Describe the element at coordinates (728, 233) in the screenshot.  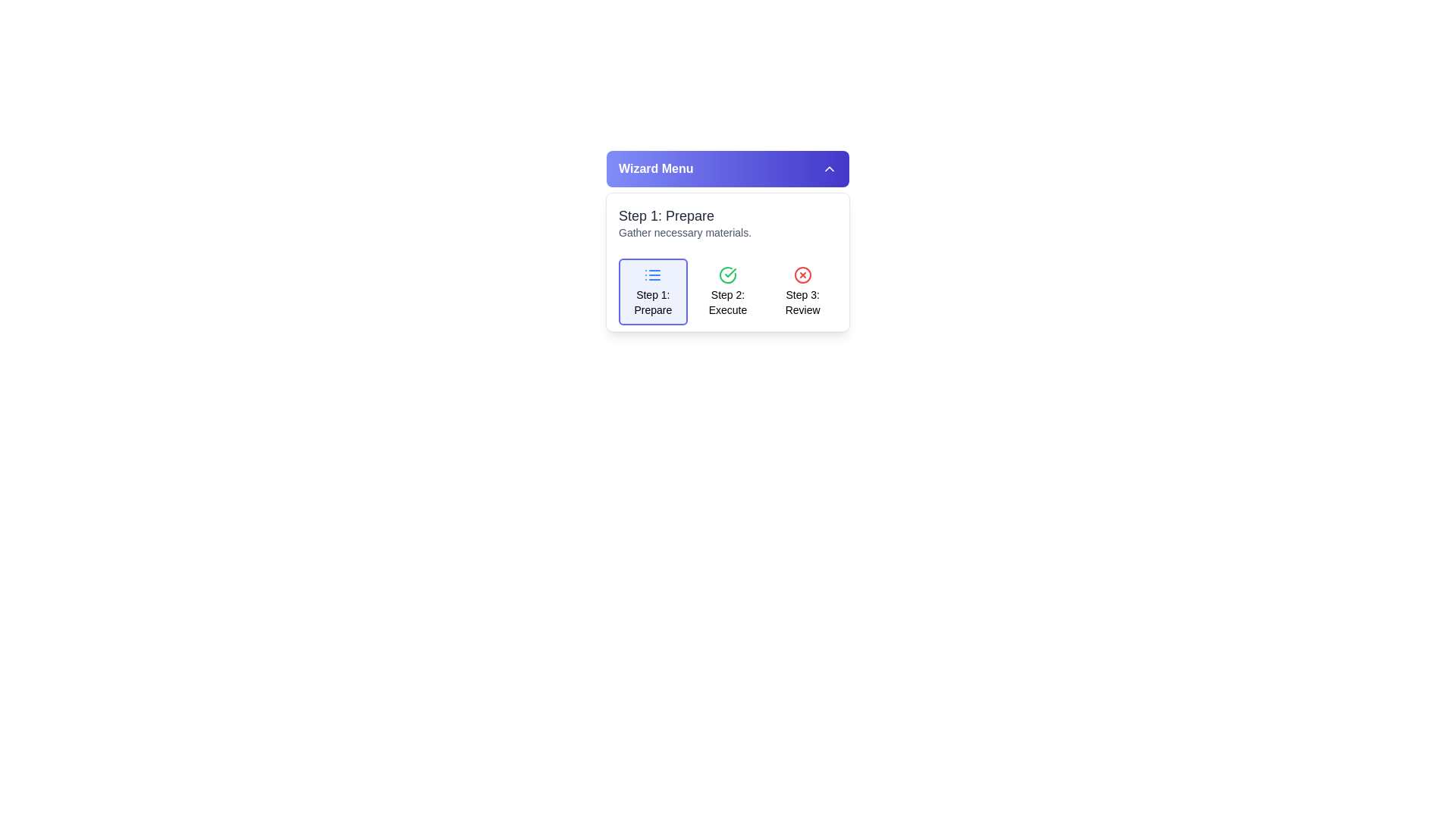
I see `the informational text that reads 'Gather necessary materials.' located directly below the heading 'Step 1: Prepare'` at that location.